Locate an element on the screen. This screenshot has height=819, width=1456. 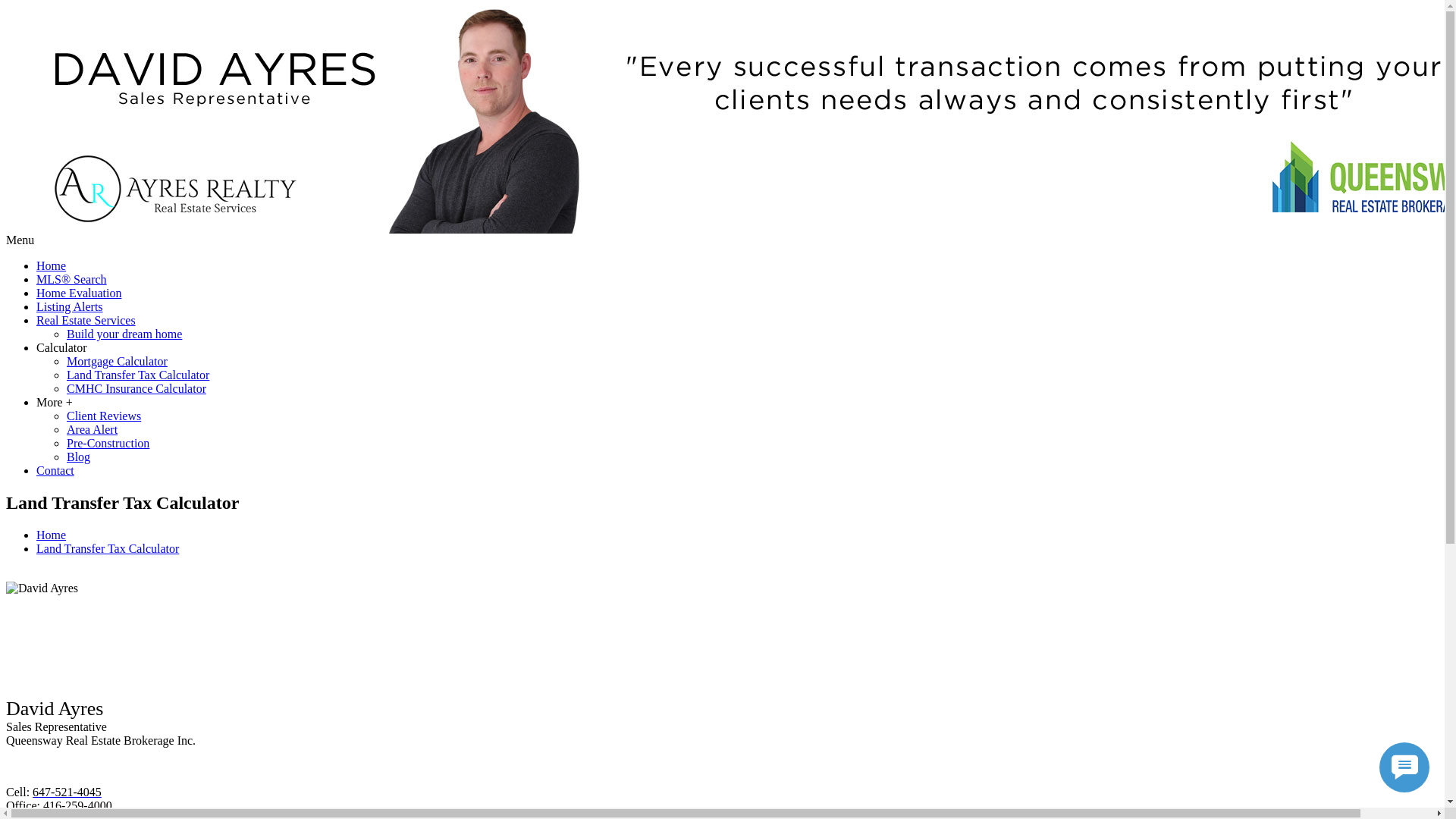
'647-521-4045' is located at coordinates (66, 791).